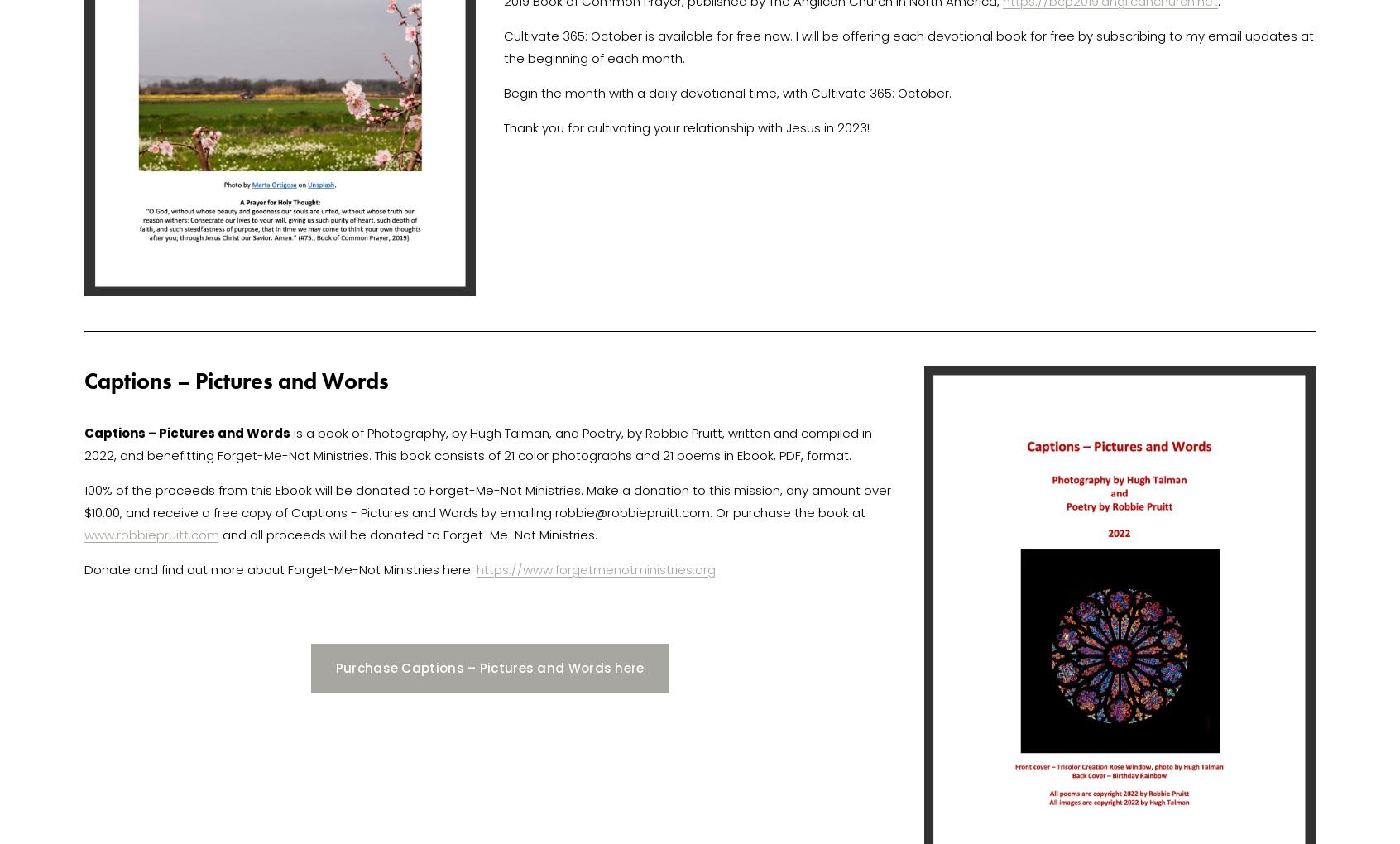 The image size is (1400, 844). Describe the element at coordinates (487, 499) in the screenshot. I see `'100% of the proceeds from this Ebook will be donated to Forget-Me-Not Ministries. Make a donation to this mission, any amount over $10.00, and receive a free copy of Captions - Pictures and Words by emailing robbie@robbiepruitt.com. Or purchase the book at'` at that location.